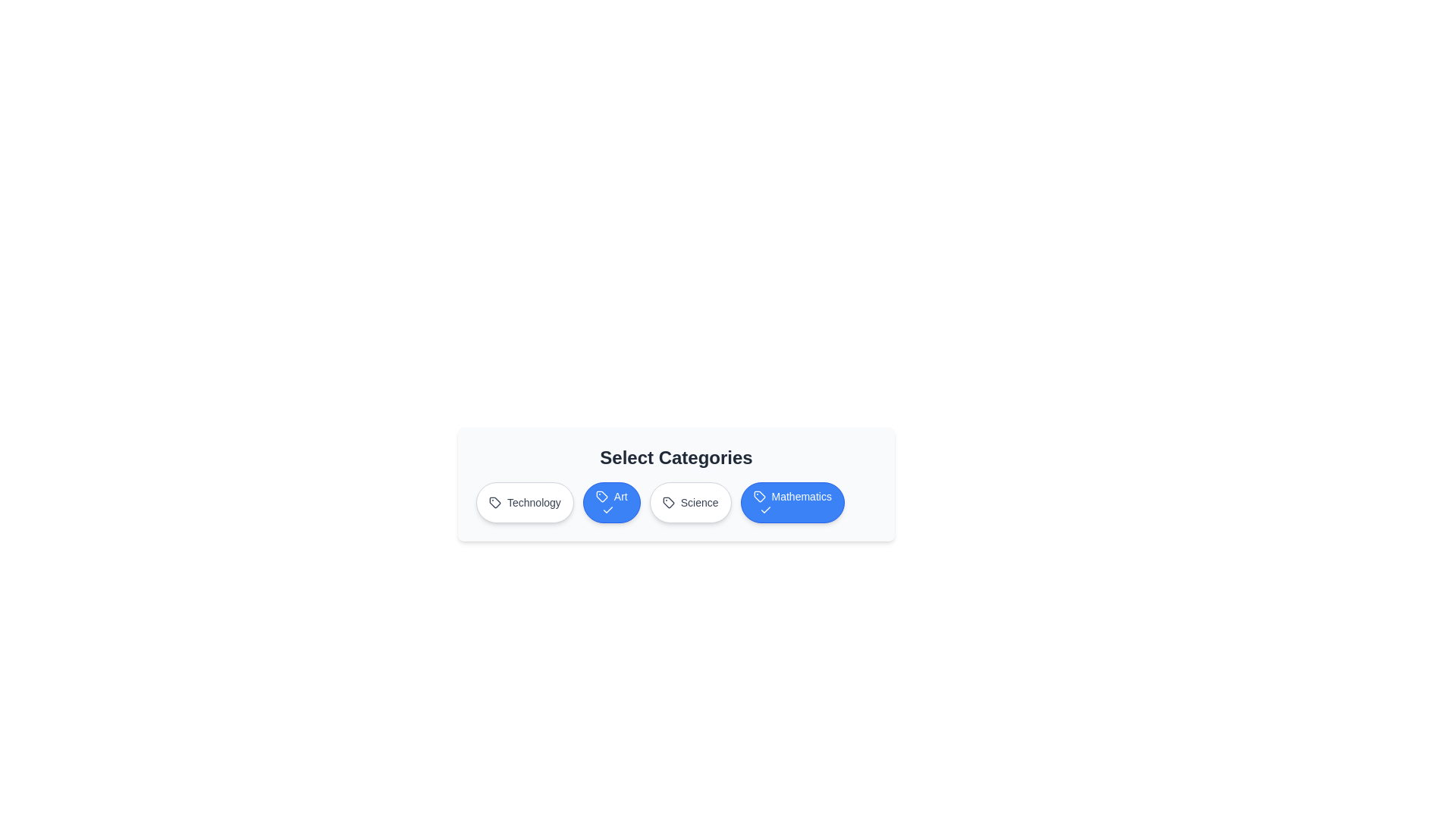 This screenshot has height=819, width=1456. Describe the element at coordinates (524, 503) in the screenshot. I see `the Technology button` at that location.